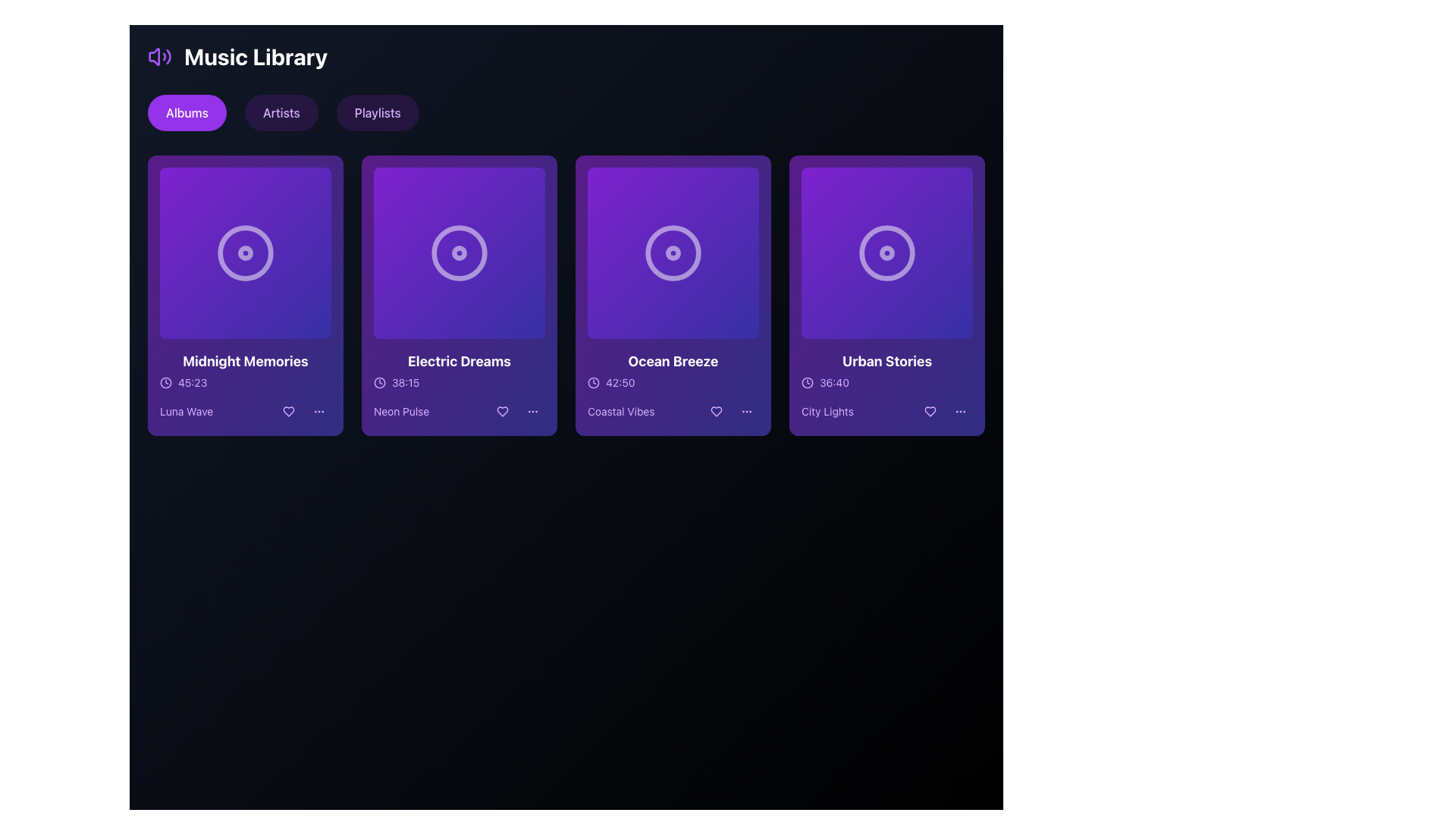  Describe the element at coordinates (288, 412) in the screenshot. I see `the heart icon located at the bottom-right section of the 'Midnight Memories' music card to mark or unmark it as a favorite` at that location.